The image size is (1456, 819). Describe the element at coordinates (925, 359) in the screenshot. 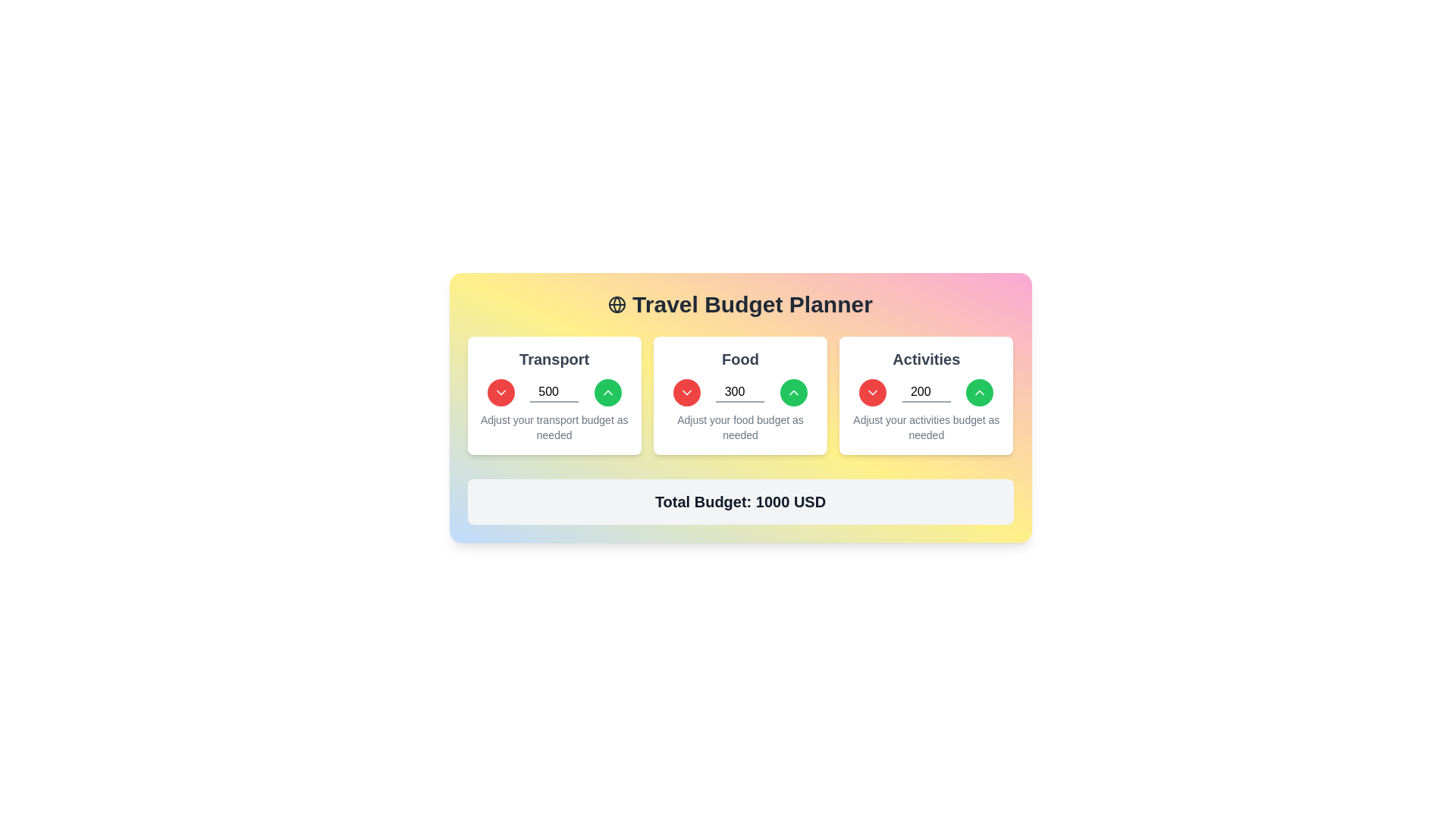

I see `the 'Activities' label, which is styled with a bold, capitalized font and located at the top section of the 'Activities' card in the 'Travel Budget Planner' interface` at that location.